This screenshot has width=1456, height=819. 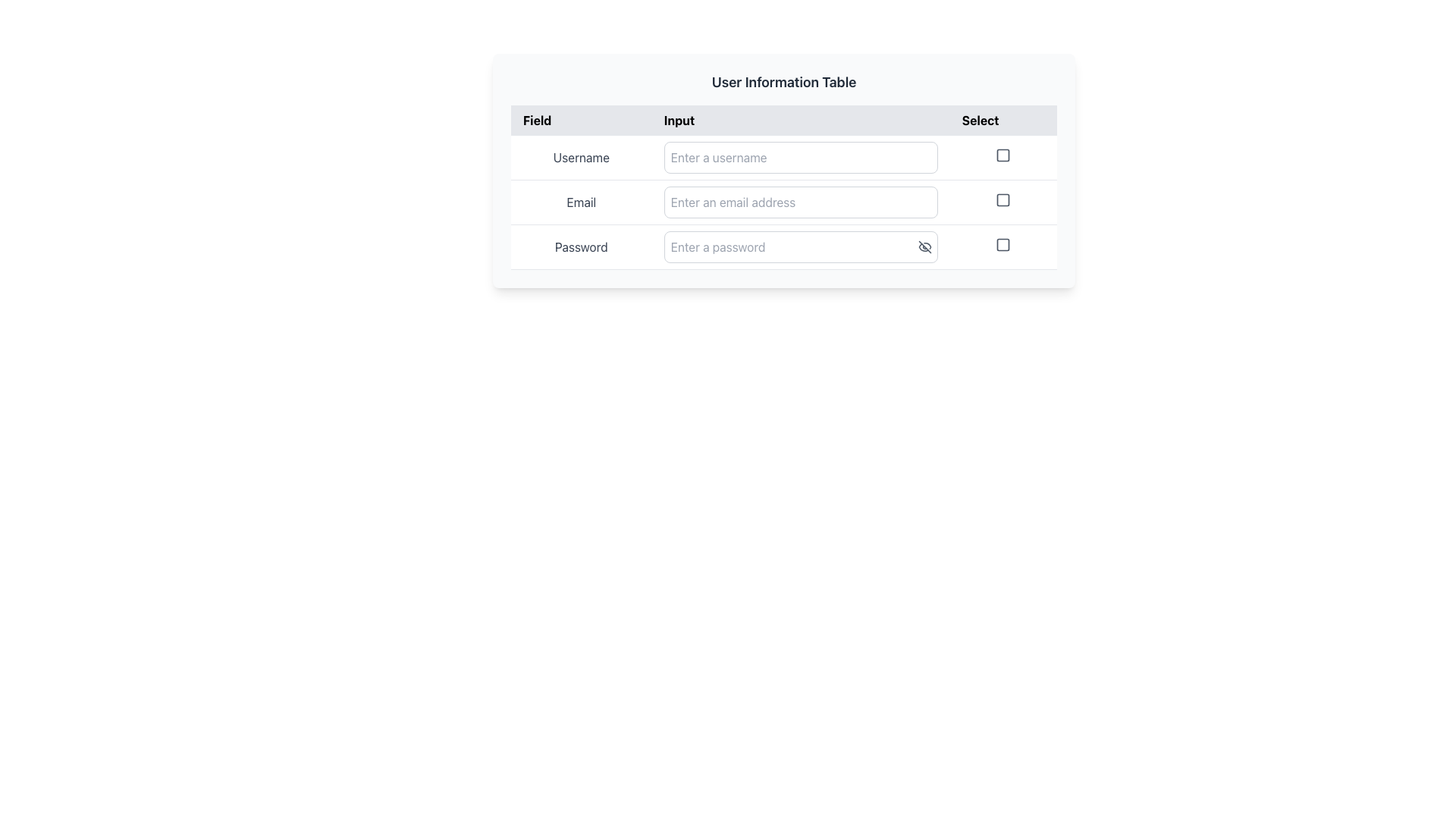 I want to click on the button located in the 'Select' column of the last row labeled 'Password' in the User Information Table, so click(x=1003, y=244).